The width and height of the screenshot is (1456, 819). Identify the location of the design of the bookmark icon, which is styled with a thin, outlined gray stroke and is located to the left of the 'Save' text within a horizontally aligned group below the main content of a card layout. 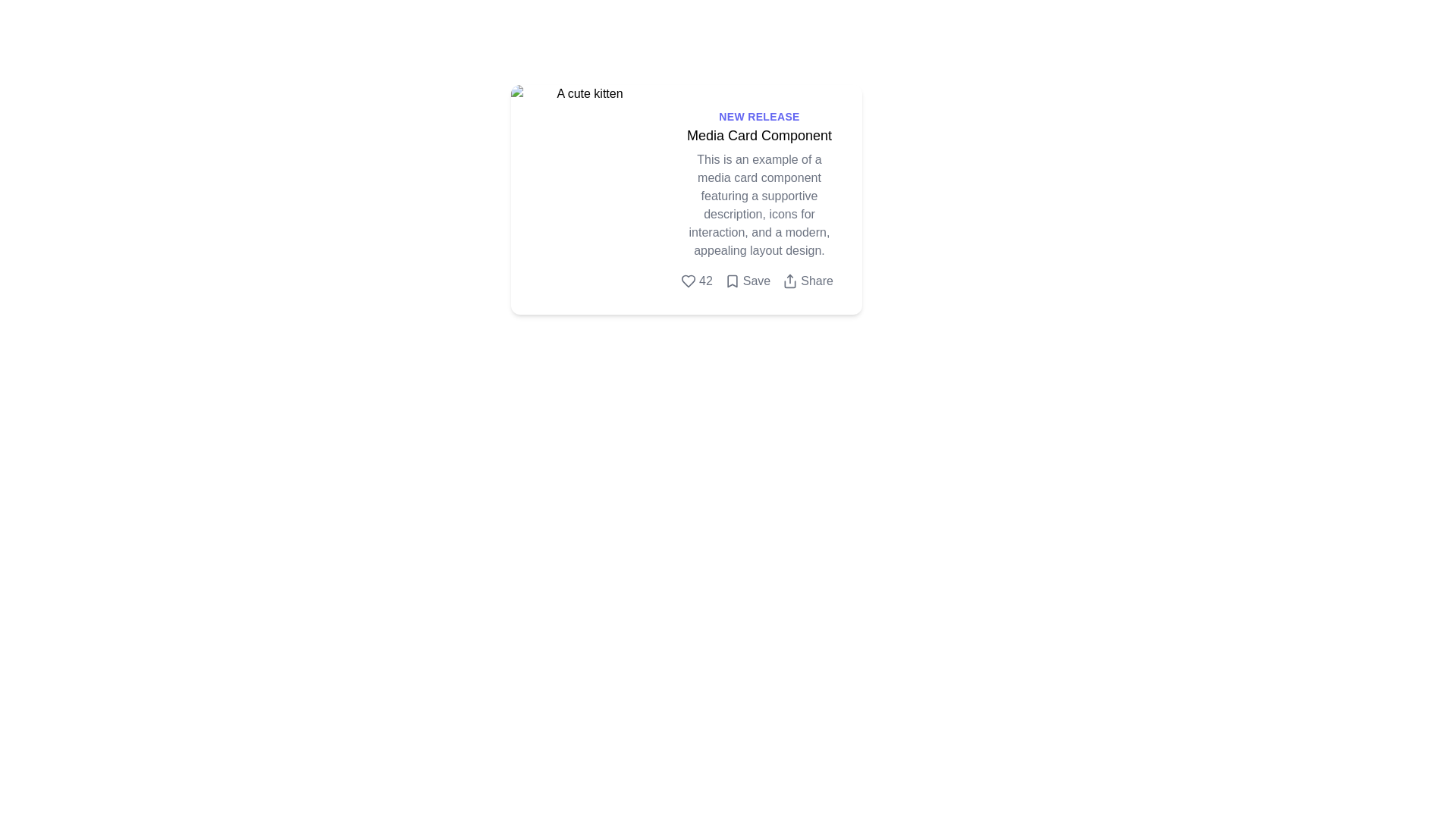
(732, 281).